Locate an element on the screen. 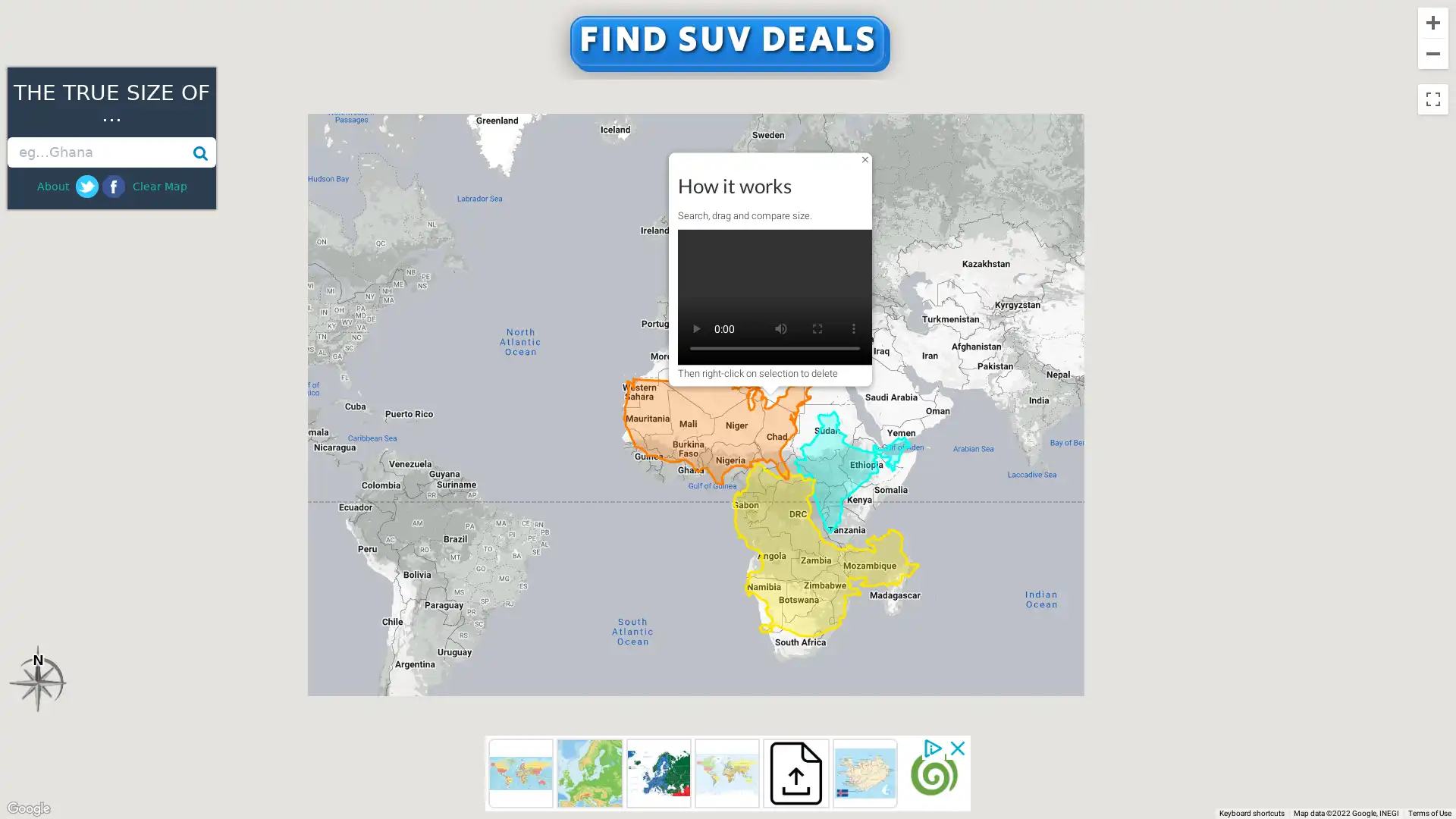 Image resolution: width=1456 pixels, height=819 pixels. Toggle fullscreen view is located at coordinates (1432, 99).